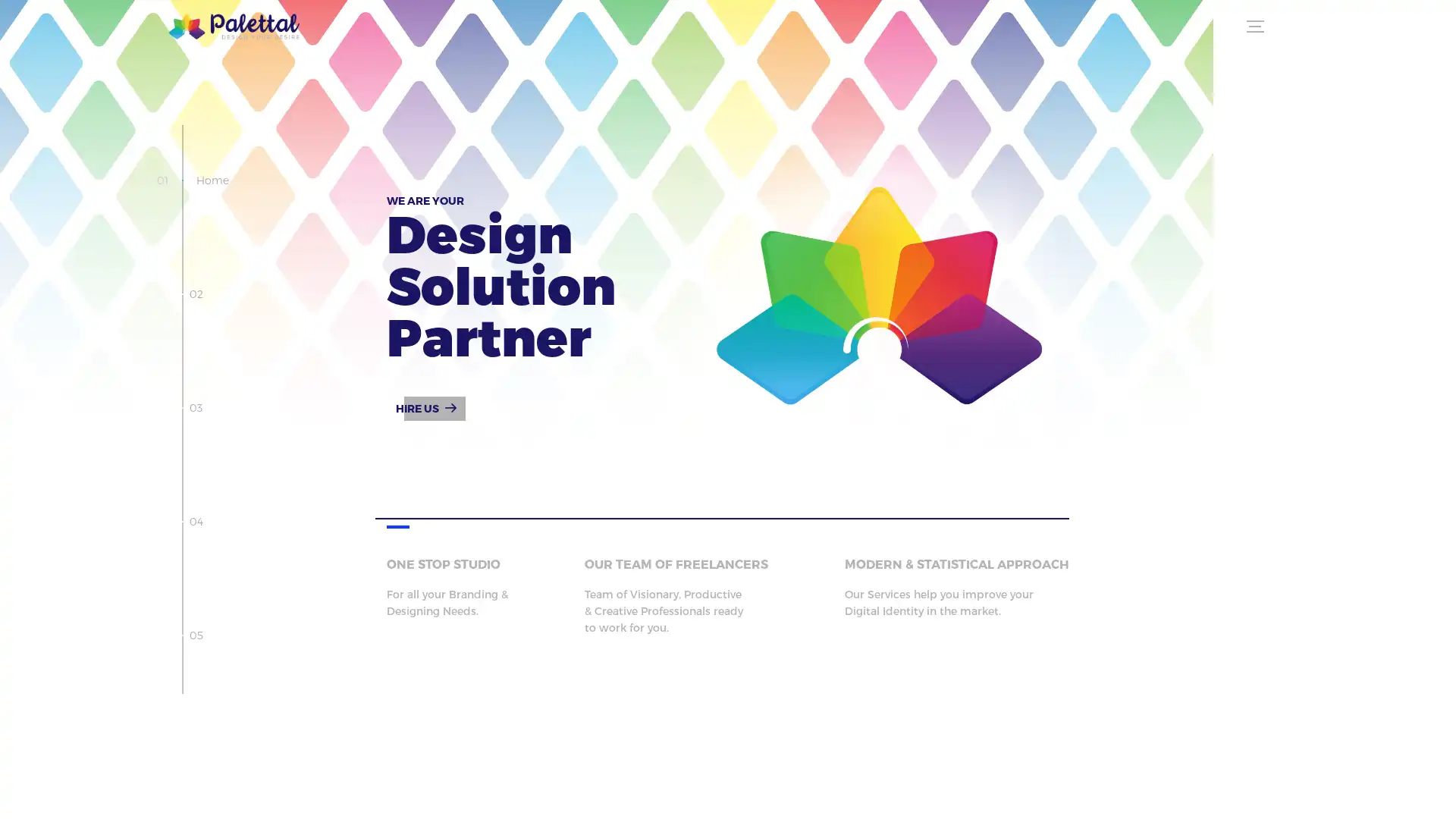 This screenshot has height=819, width=1456. I want to click on HIRE US, so click(425, 406).